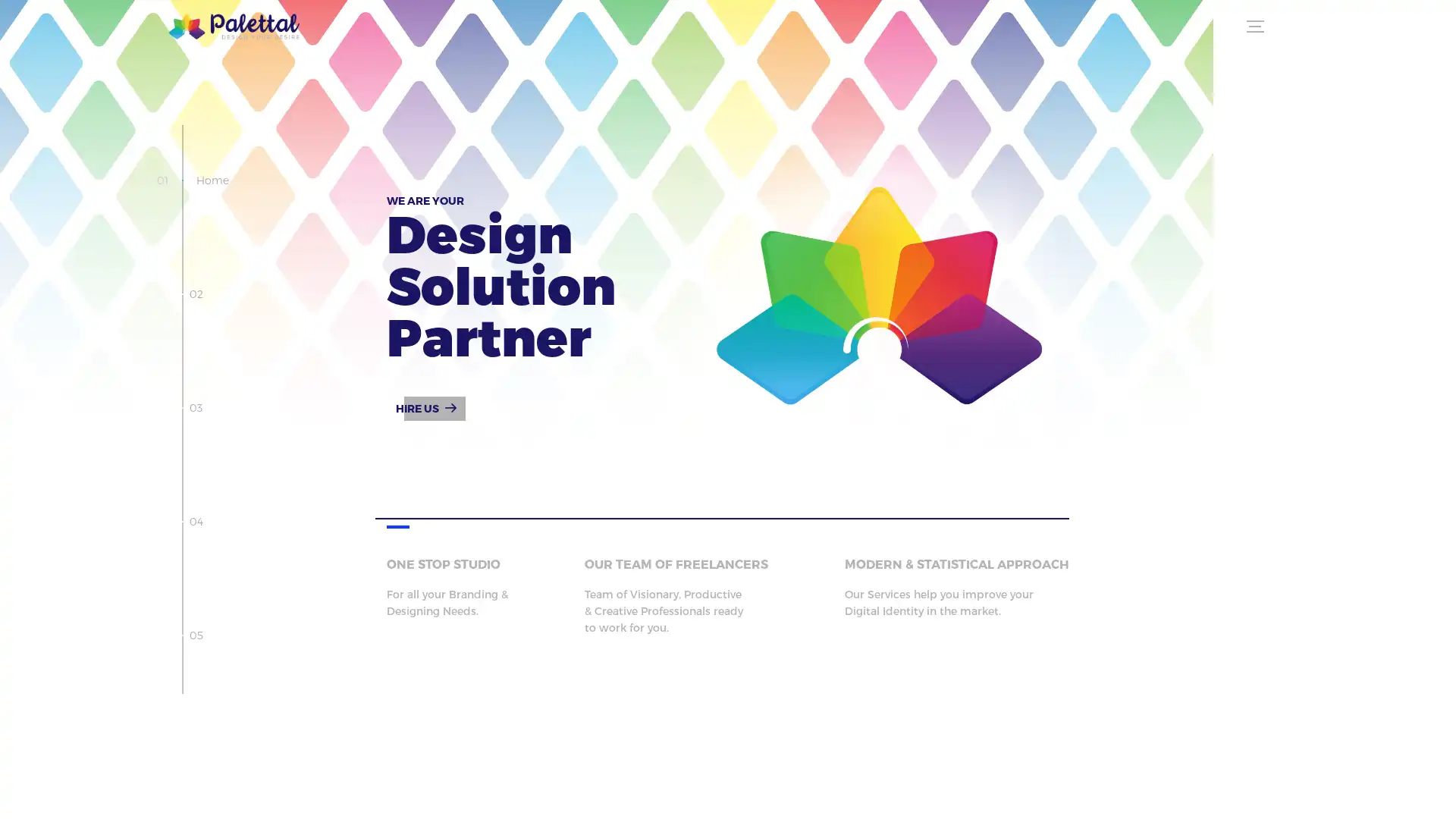 This screenshot has height=819, width=1456. I want to click on HIRE US, so click(425, 406).